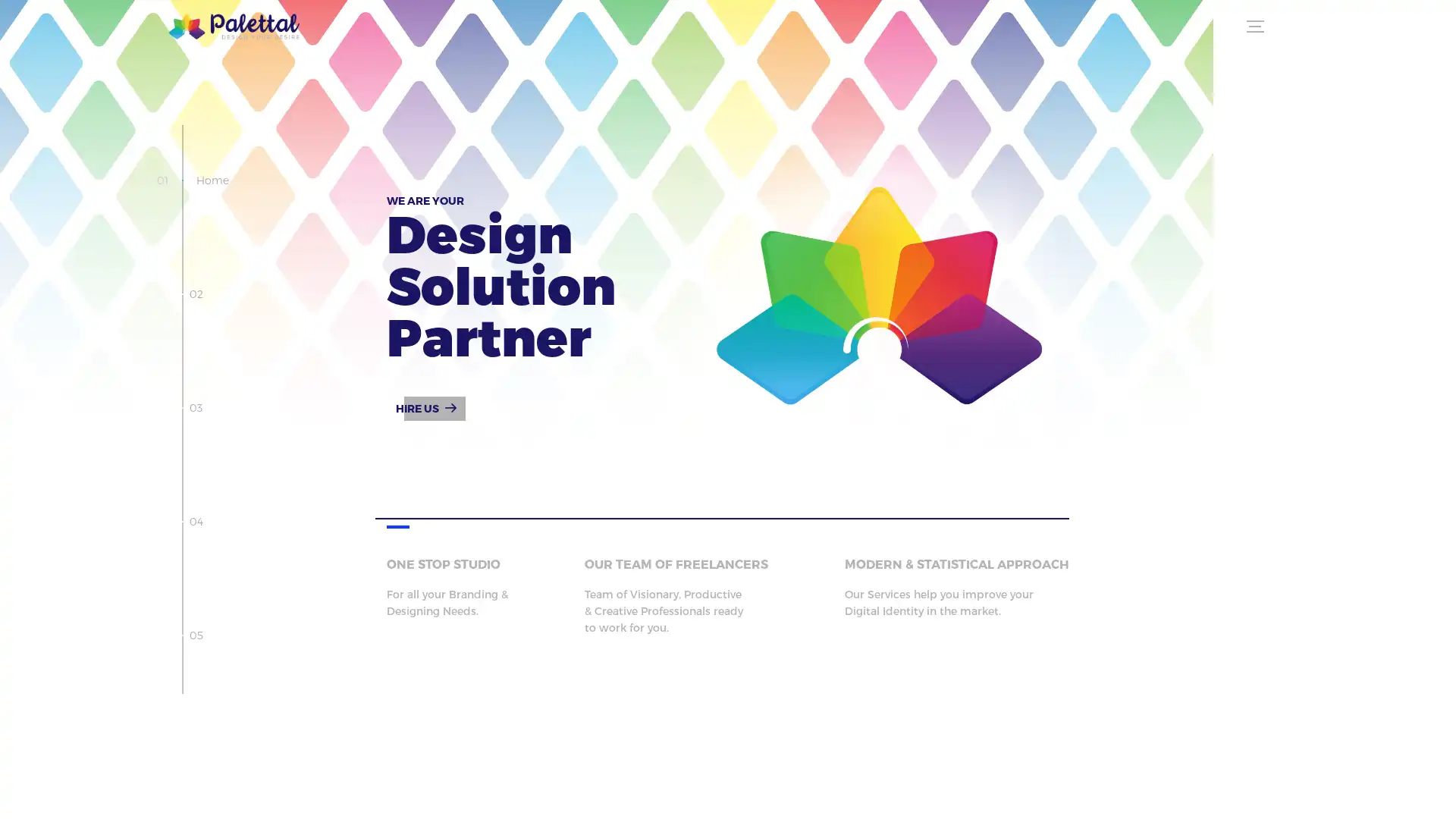 This screenshot has height=819, width=1456. I want to click on HIRE US, so click(425, 406).